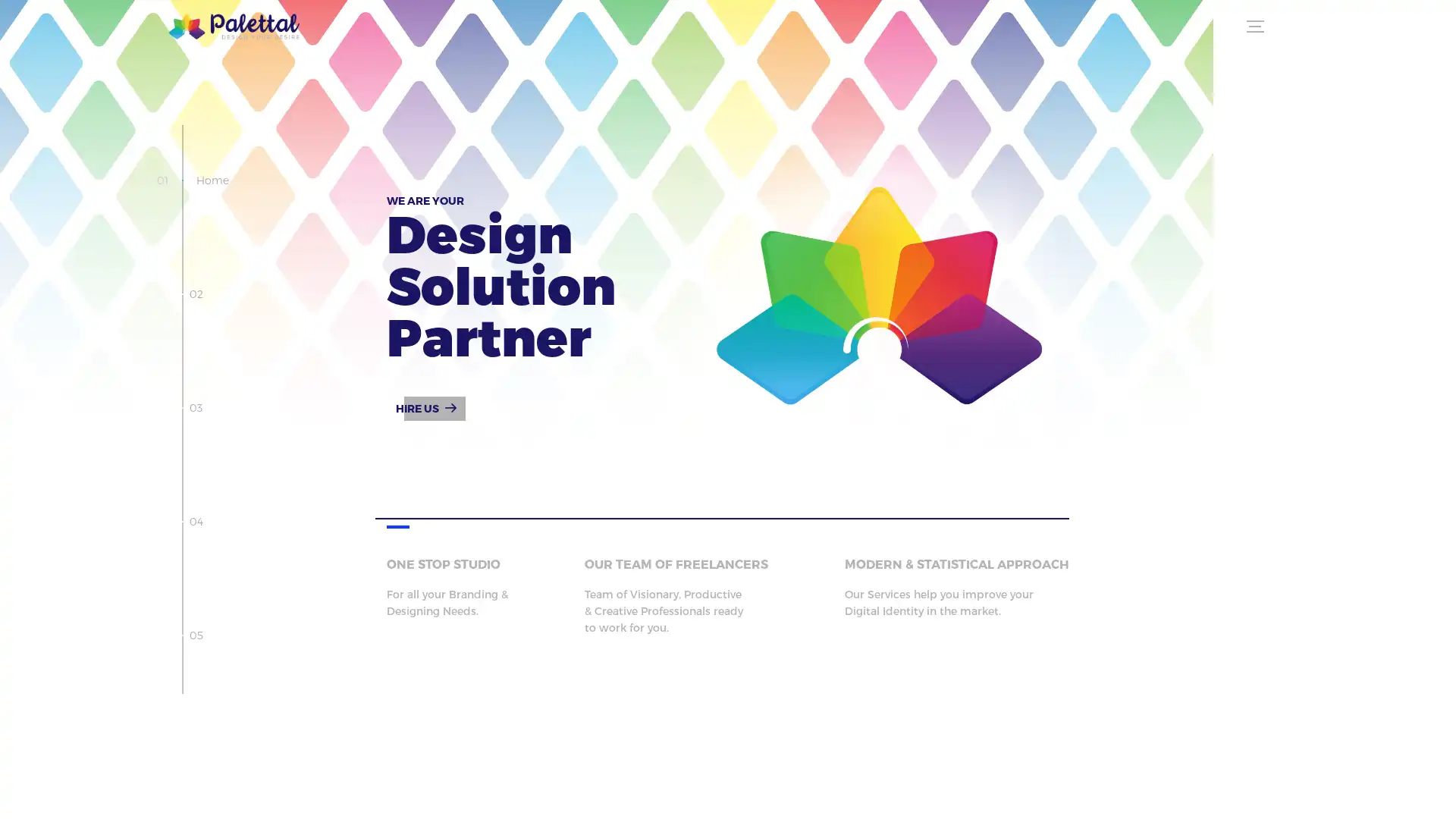 This screenshot has height=819, width=1456. I want to click on HIRE US, so click(425, 406).